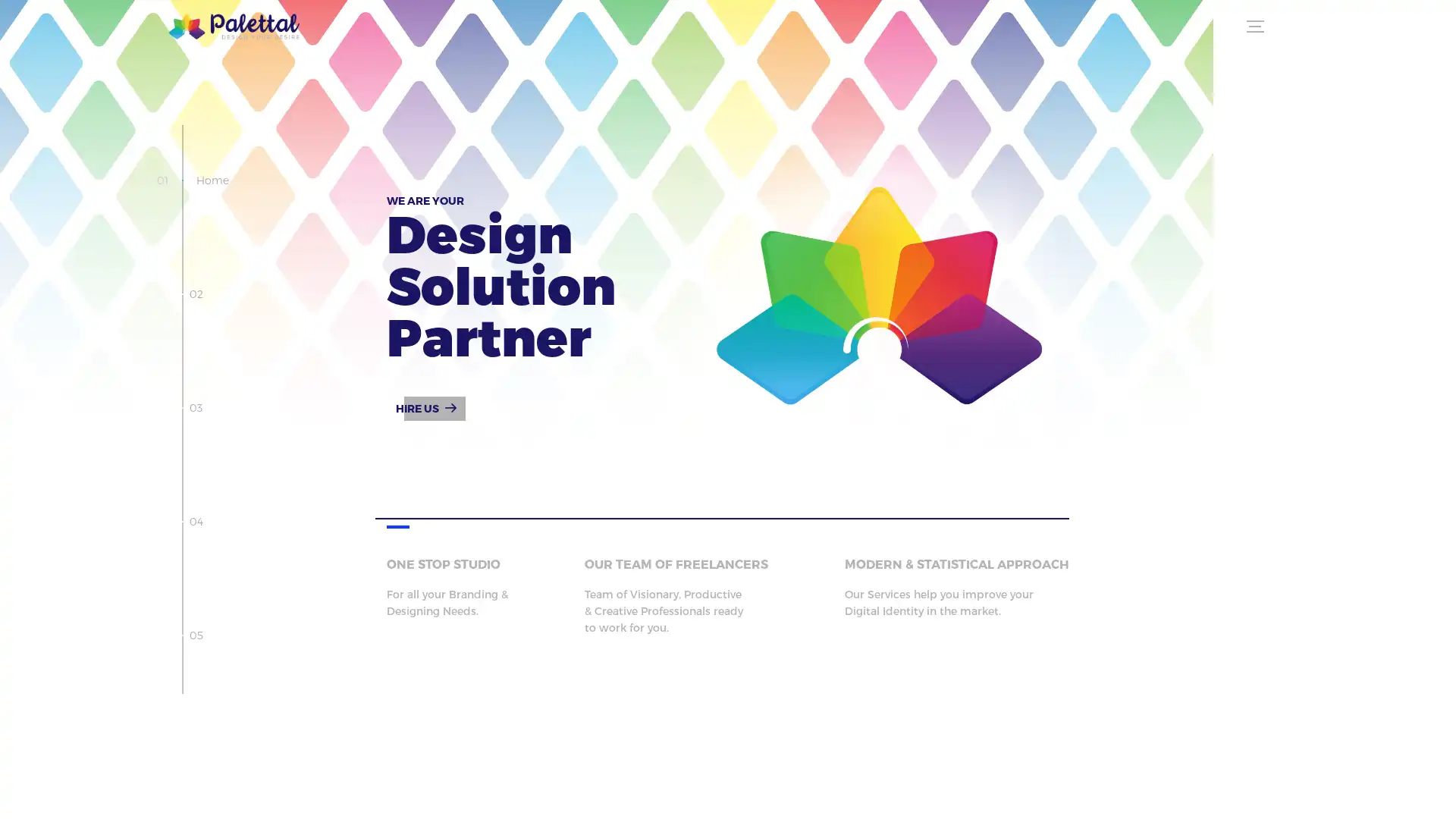 This screenshot has height=819, width=1456. I want to click on HIRE US, so click(425, 406).